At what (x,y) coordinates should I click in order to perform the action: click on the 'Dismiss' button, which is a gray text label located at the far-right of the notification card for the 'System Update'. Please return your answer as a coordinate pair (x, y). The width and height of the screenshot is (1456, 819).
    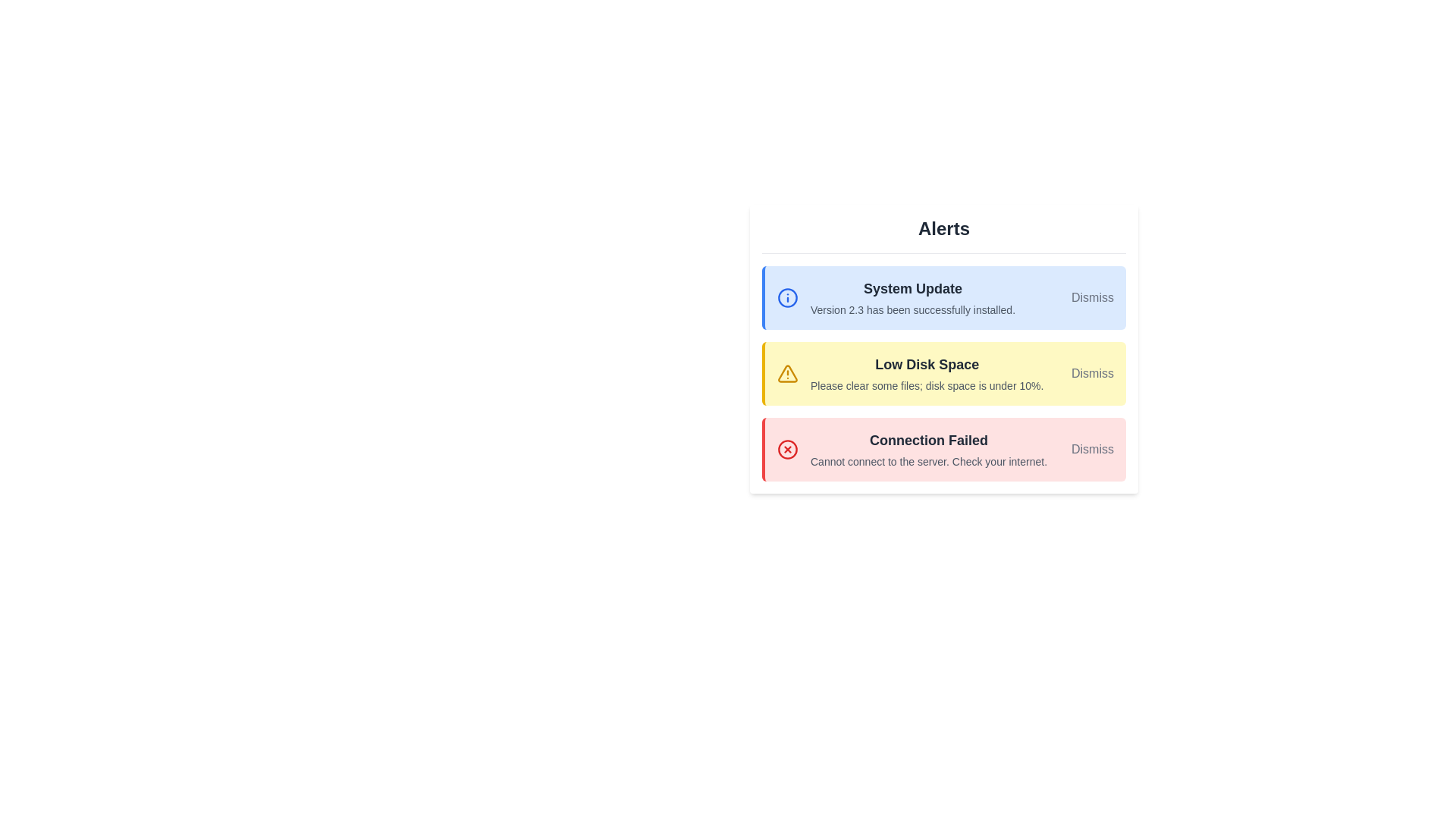
    Looking at the image, I should click on (1092, 298).